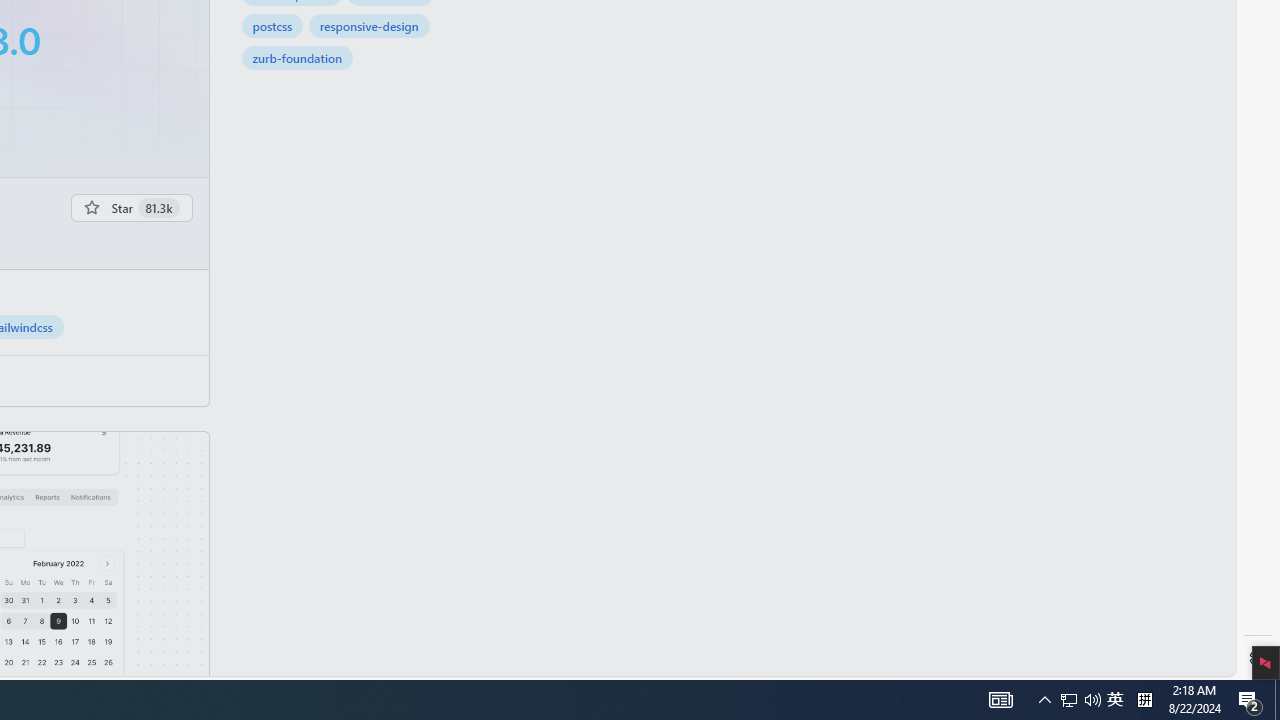 Image resolution: width=1280 pixels, height=720 pixels. Describe the element at coordinates (271, 25) in the screenshot. I see `'postcss'` at that location.